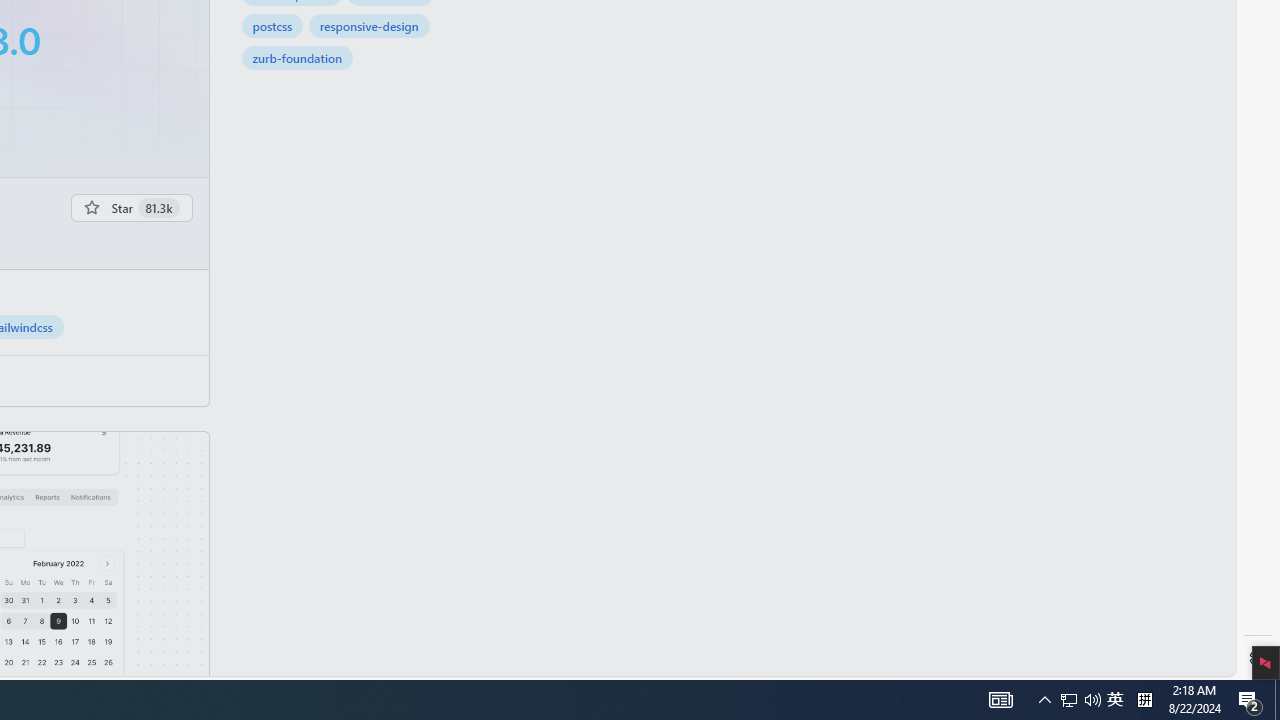 Image resolution: width=1280 pixels, height=720 pixels. Describe the element at coordinates (271, 25) in the screenshot. I see `'postcss'` at that location.